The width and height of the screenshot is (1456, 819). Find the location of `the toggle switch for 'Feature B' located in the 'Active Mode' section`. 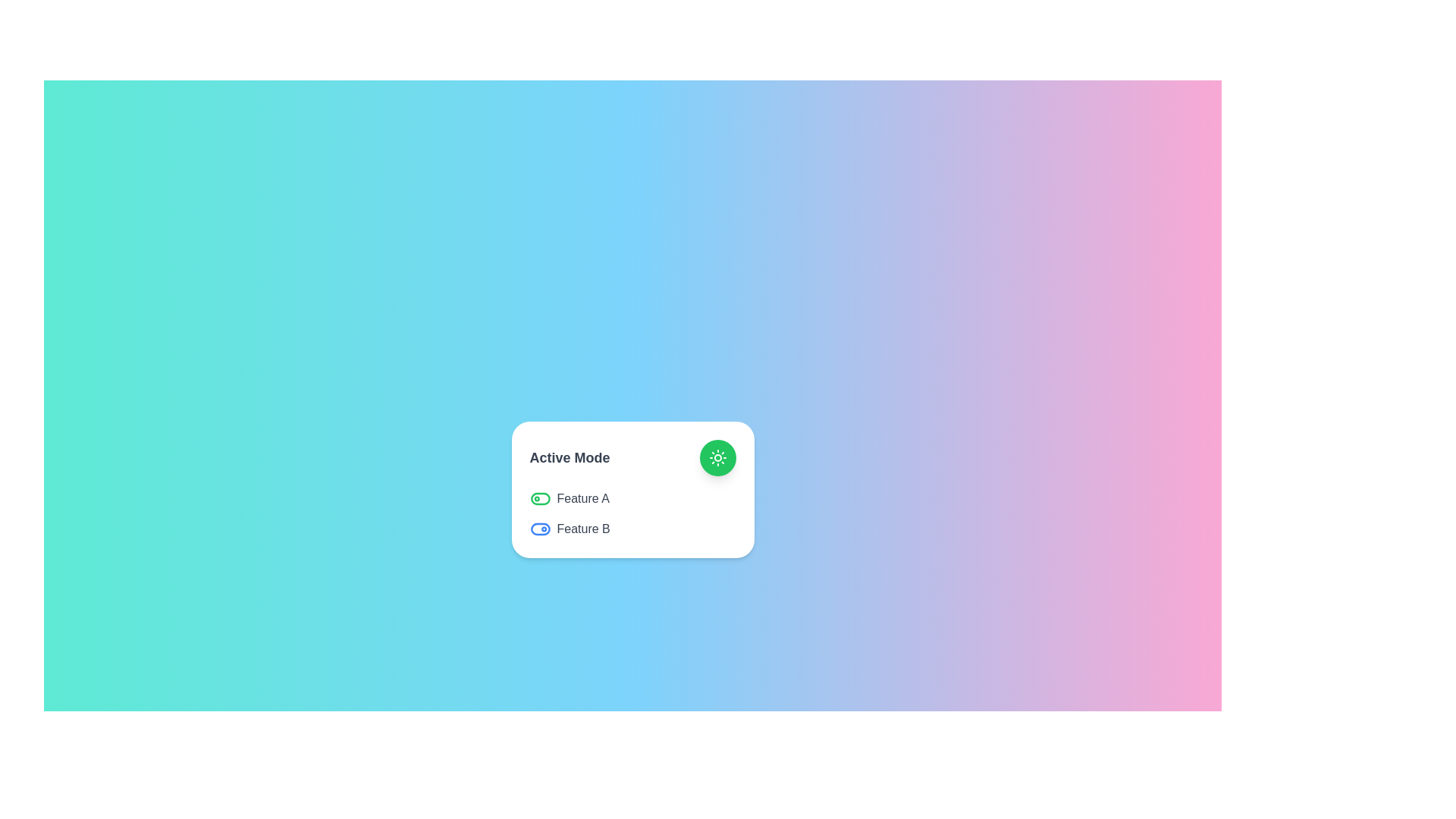

the toggle switch for 'Feature B' located in the 'Active Mode' section is located at coordinates (540, 529).